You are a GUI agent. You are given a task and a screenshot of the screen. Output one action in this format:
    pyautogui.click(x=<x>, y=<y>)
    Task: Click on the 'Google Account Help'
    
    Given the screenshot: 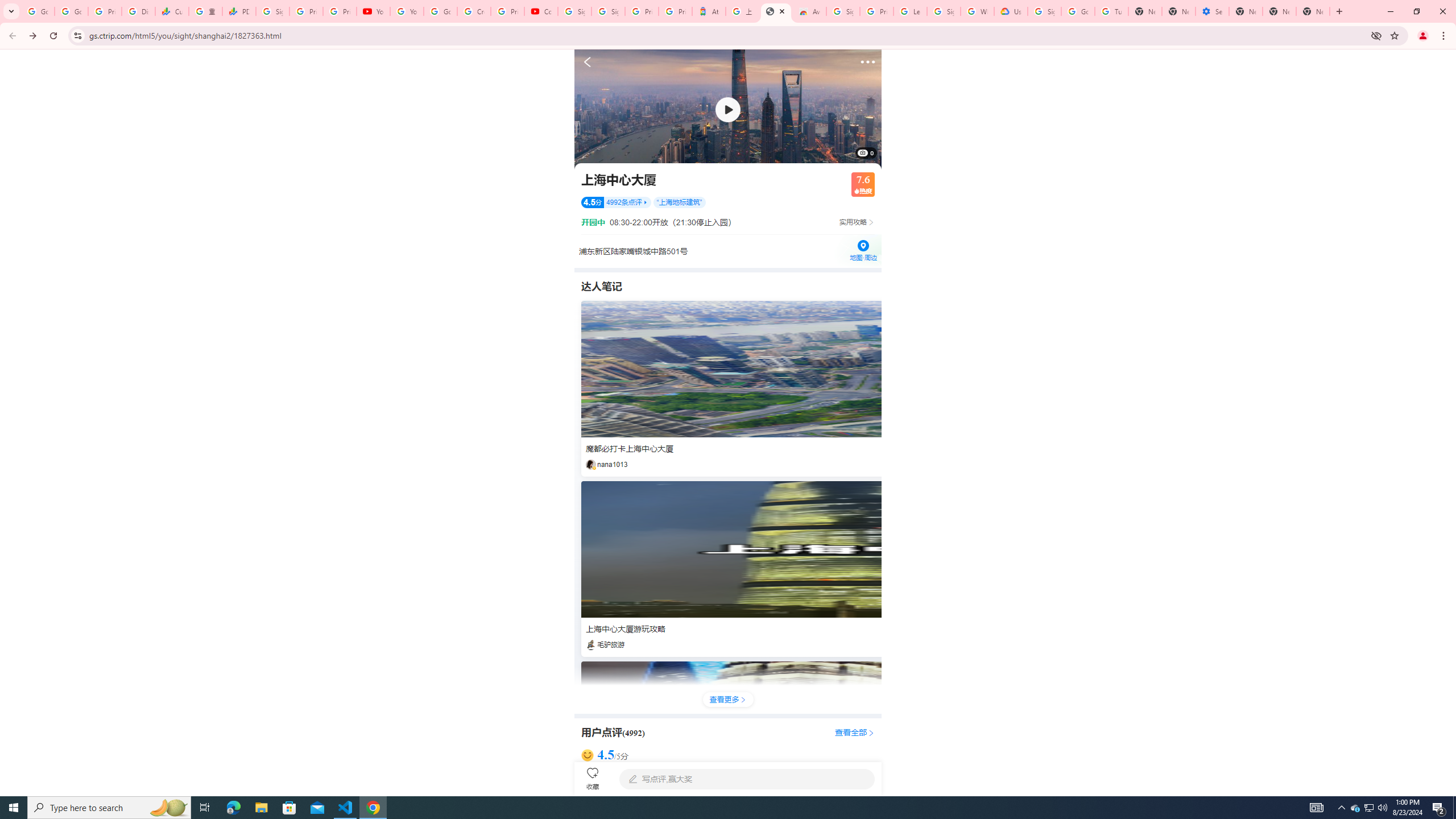 What is the action you would take?
    pyautogui.click(x=1077, y=11)
    